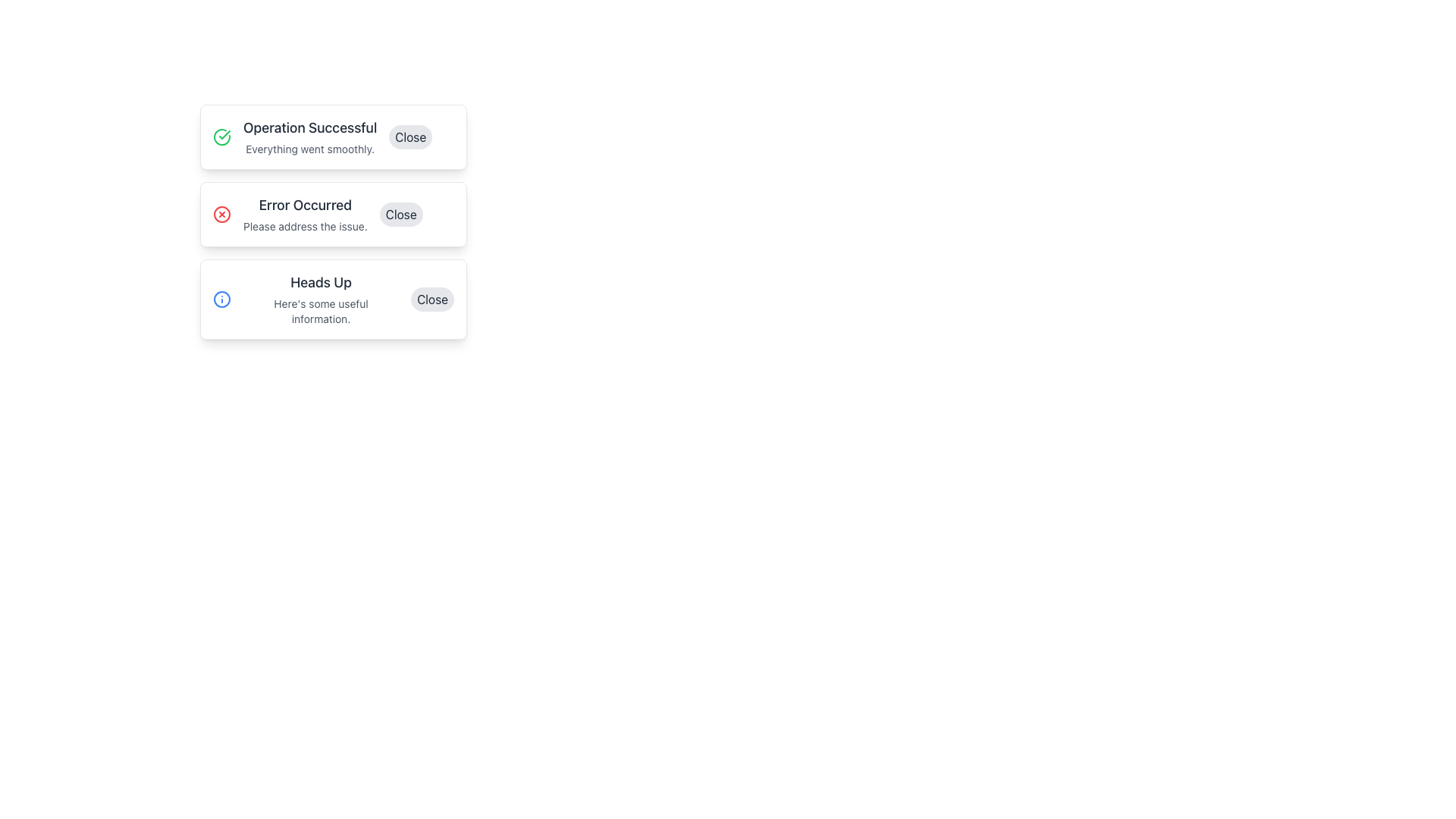 This screenshot has height=819, width=1456. I want to click on the bold, large-font text element reading 'Heads Up', which is styled with a medium-weight font and dark gray color, located in the third section of a vertically stacked list of notifications, so click(320, 283).